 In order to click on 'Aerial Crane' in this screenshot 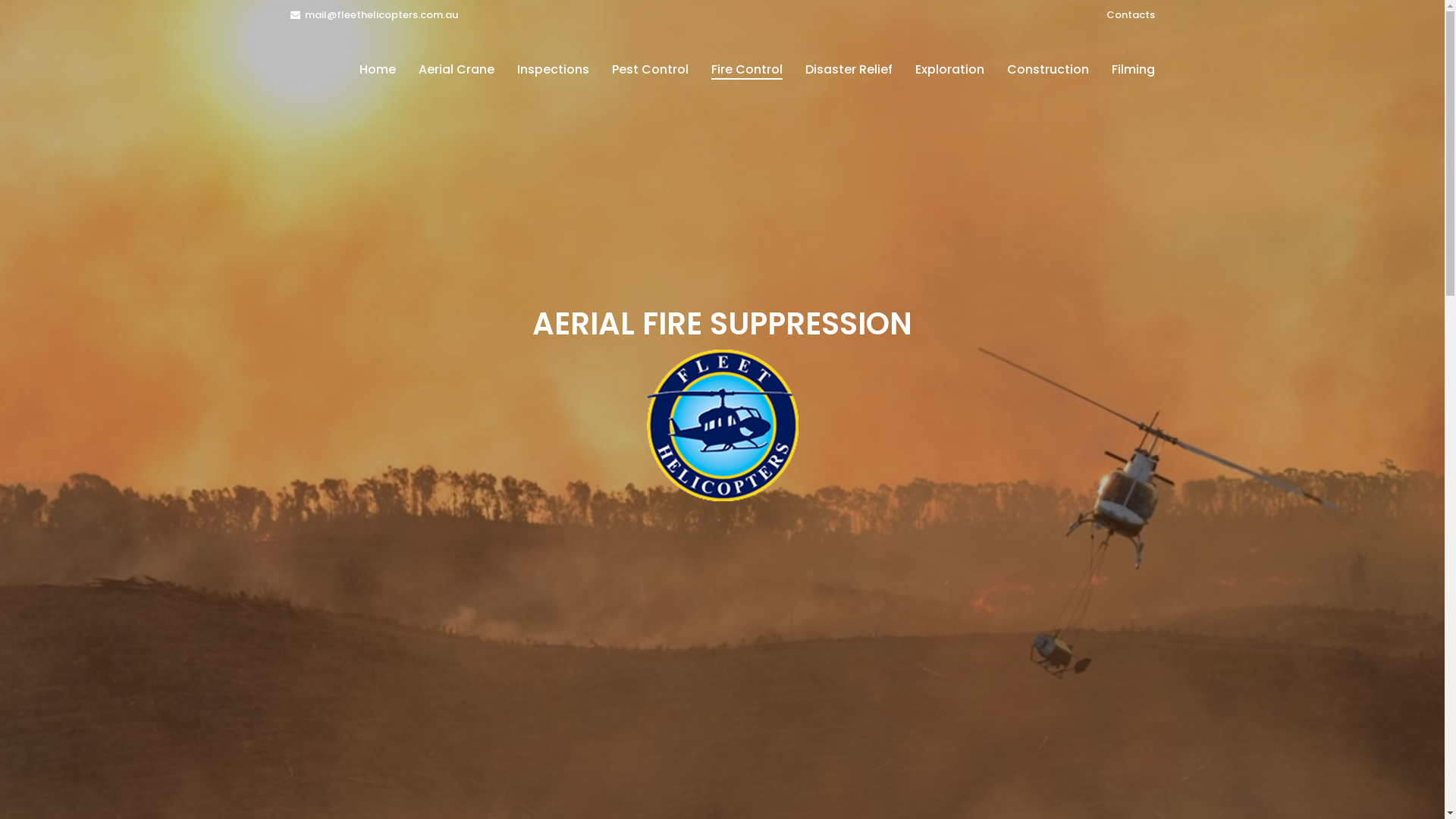, I will do `click(454, 70)`.